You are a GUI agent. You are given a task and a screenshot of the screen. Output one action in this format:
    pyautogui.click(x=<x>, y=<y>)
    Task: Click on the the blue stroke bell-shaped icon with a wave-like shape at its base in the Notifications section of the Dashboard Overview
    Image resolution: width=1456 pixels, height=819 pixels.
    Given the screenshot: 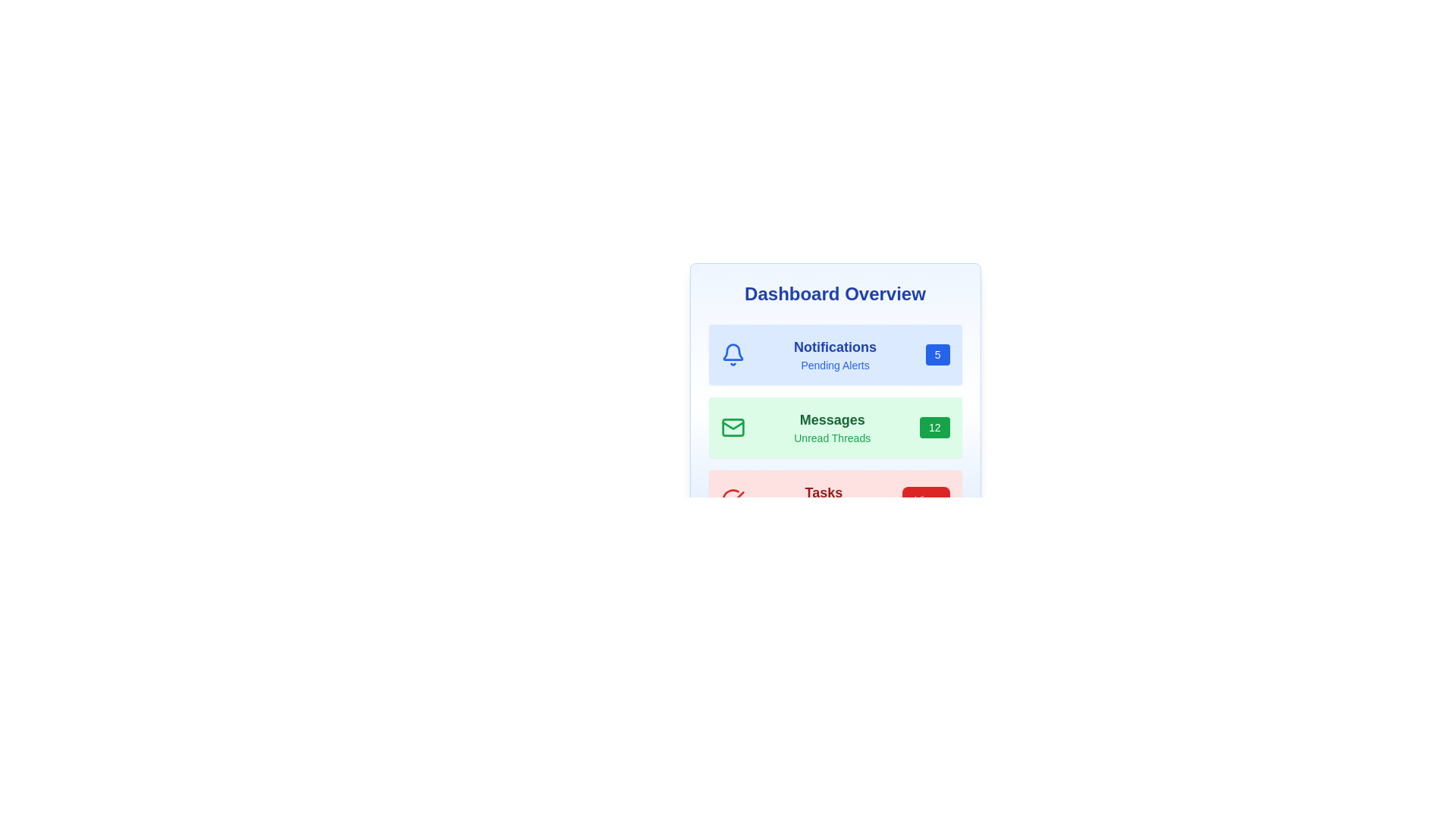 What is the action you would take?
    pyautogui.click(x=733, y=352)
    